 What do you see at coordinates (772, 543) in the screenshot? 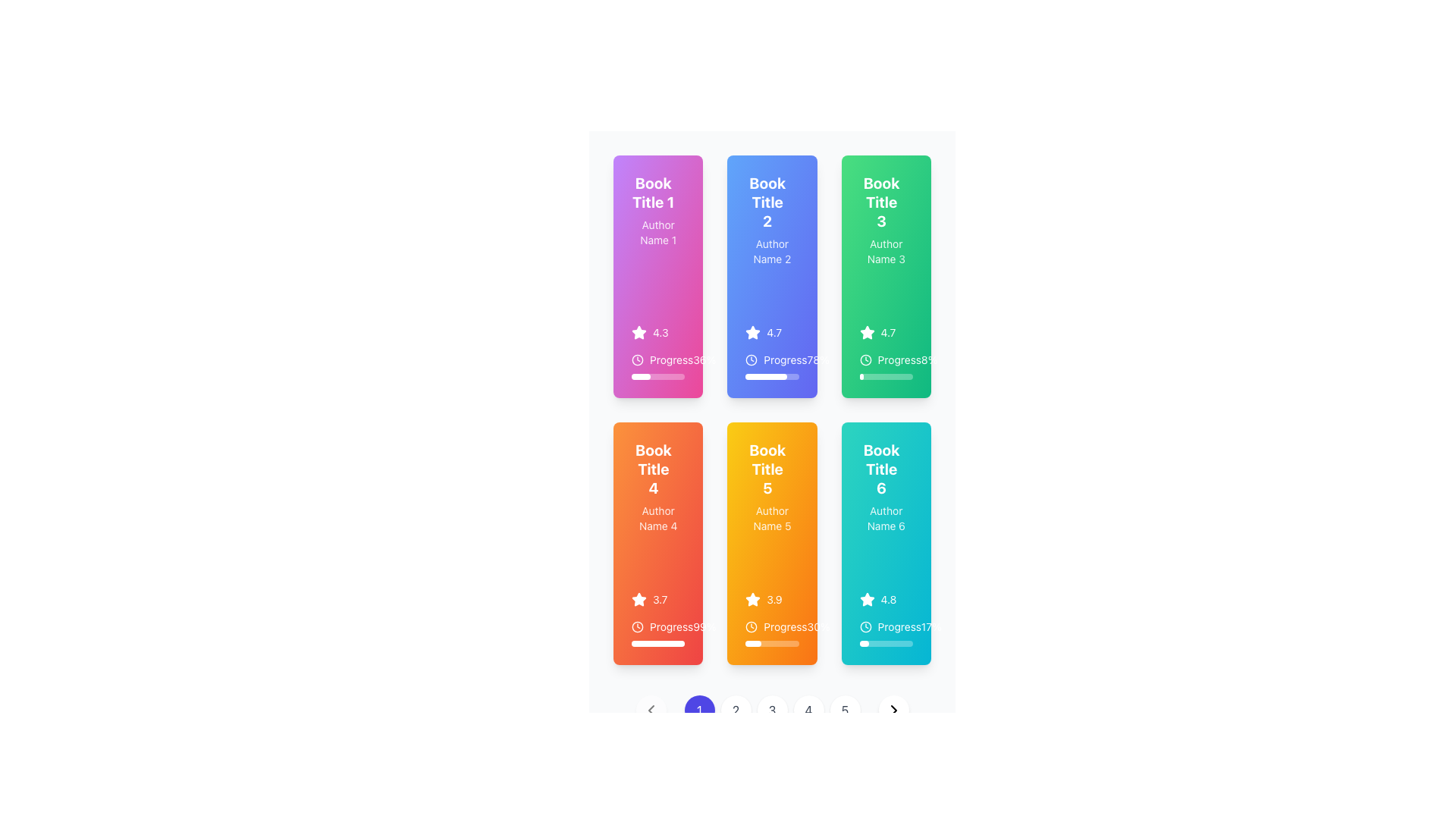
I see `the Information Card displaying book details, located in the second row and second column of the grid layout` at bounding box center [772, 543].